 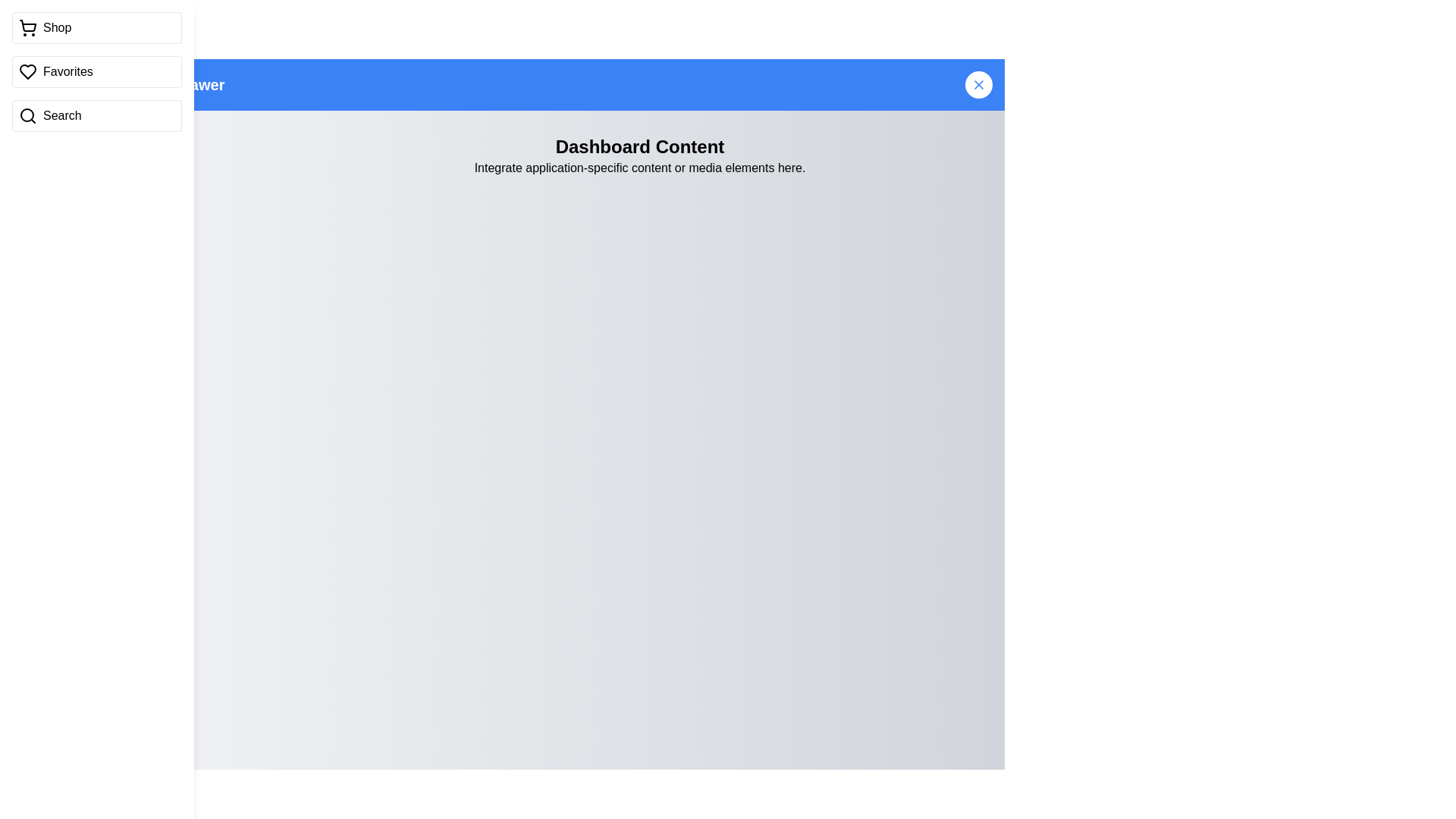 I want to click on the heart icon in the Favorites section of the left-side navigation drawer, so click(x=28, y=72).